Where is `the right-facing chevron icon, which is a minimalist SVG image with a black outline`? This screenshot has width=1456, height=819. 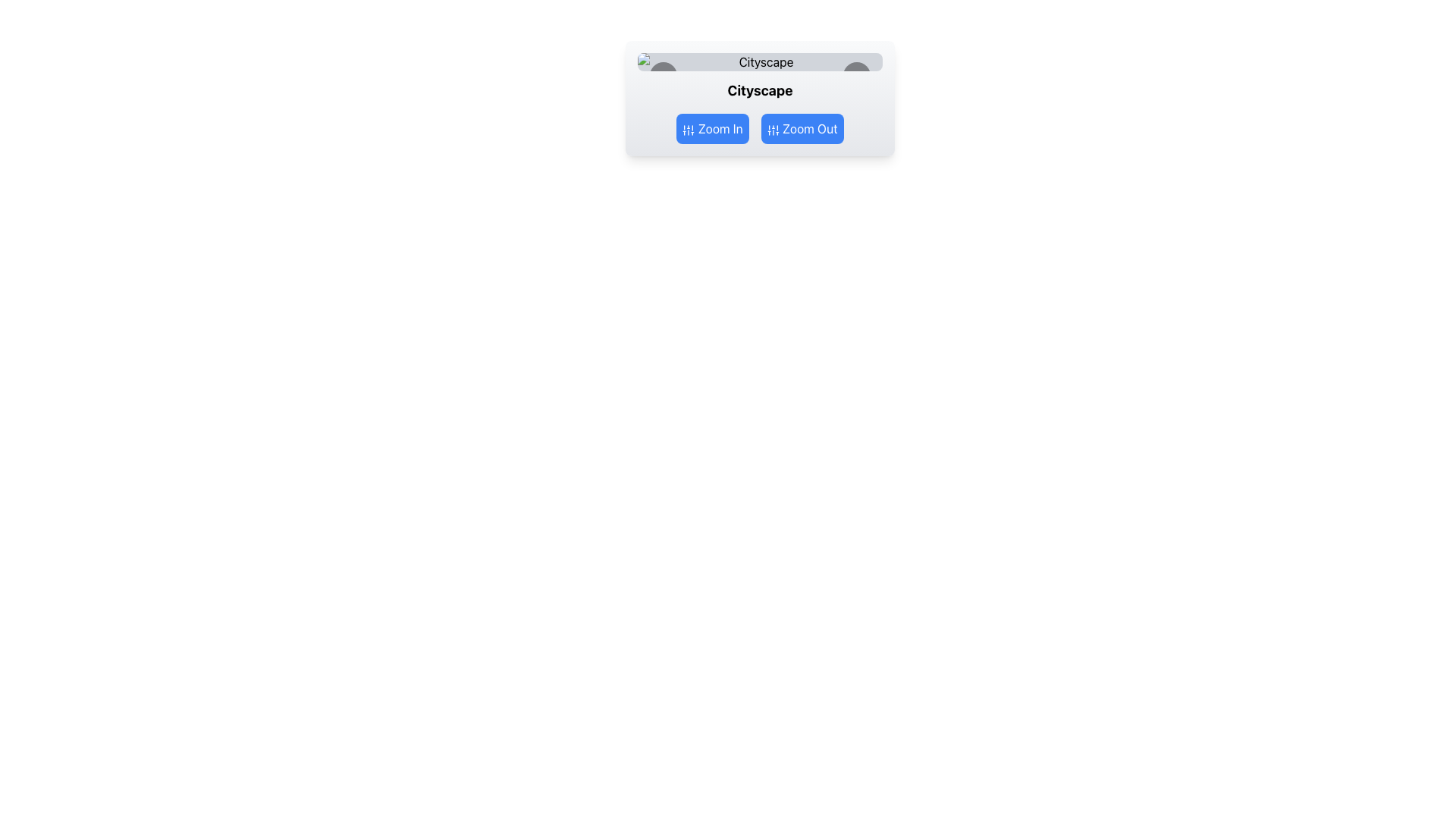
the right-facing chevron icon, which is a minimalist SVG image with a black outline is located at coordinates (856, 76).